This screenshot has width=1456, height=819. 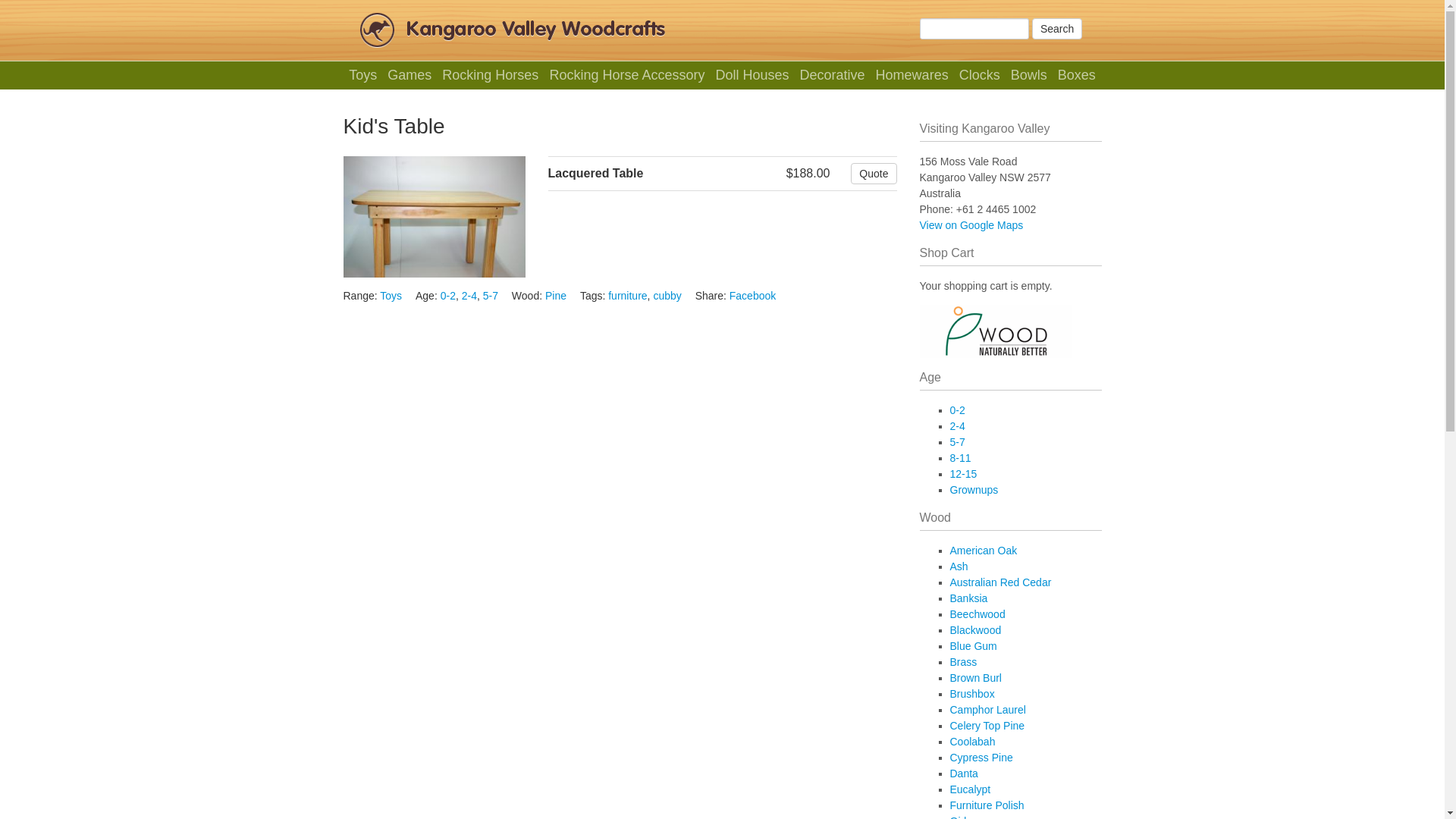 I want to click on 'Celery Top Pine', so click(x=949, y=724).